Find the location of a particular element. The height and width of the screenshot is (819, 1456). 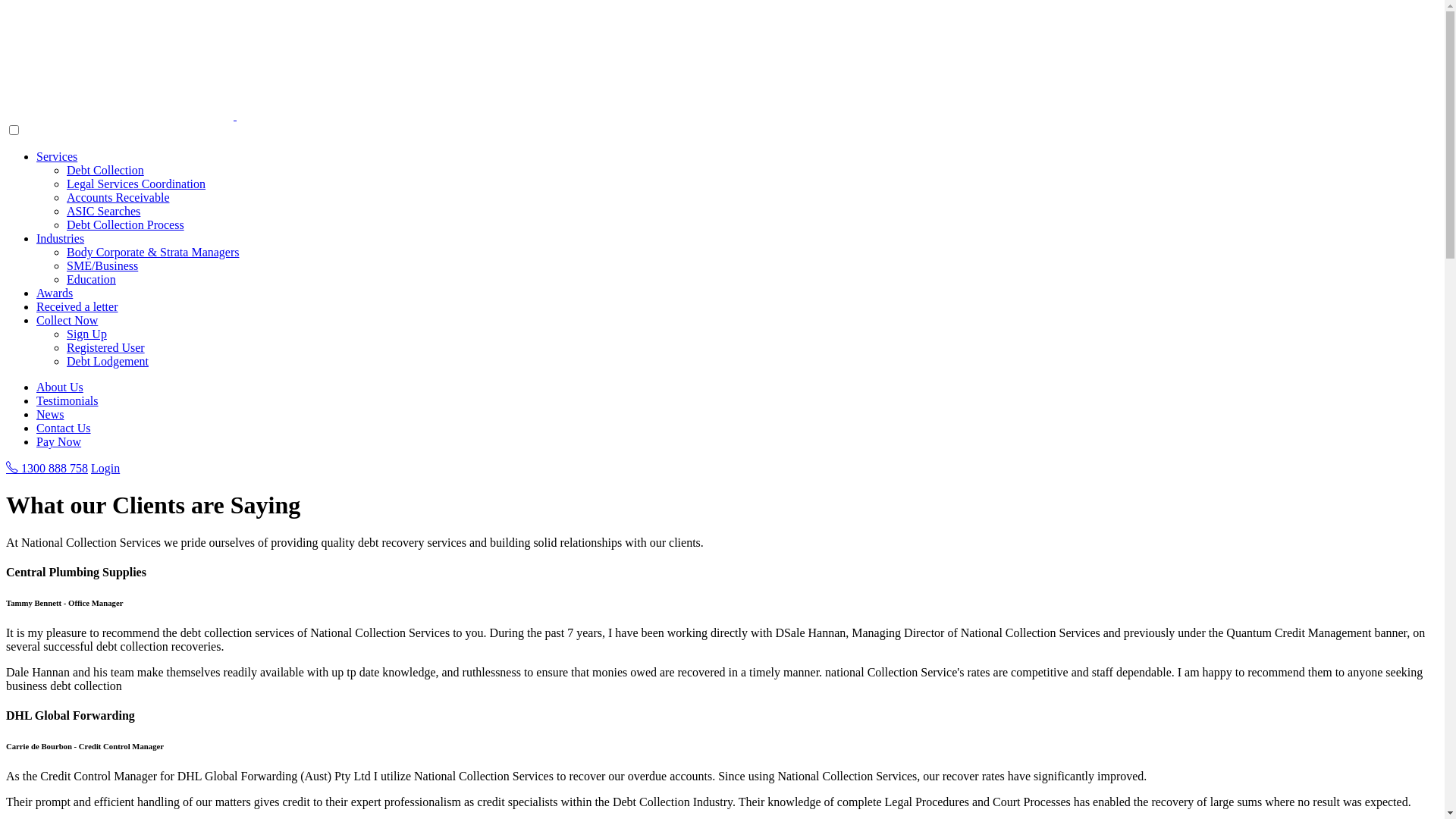

'Registered User' is located at coordinates (105, 347).